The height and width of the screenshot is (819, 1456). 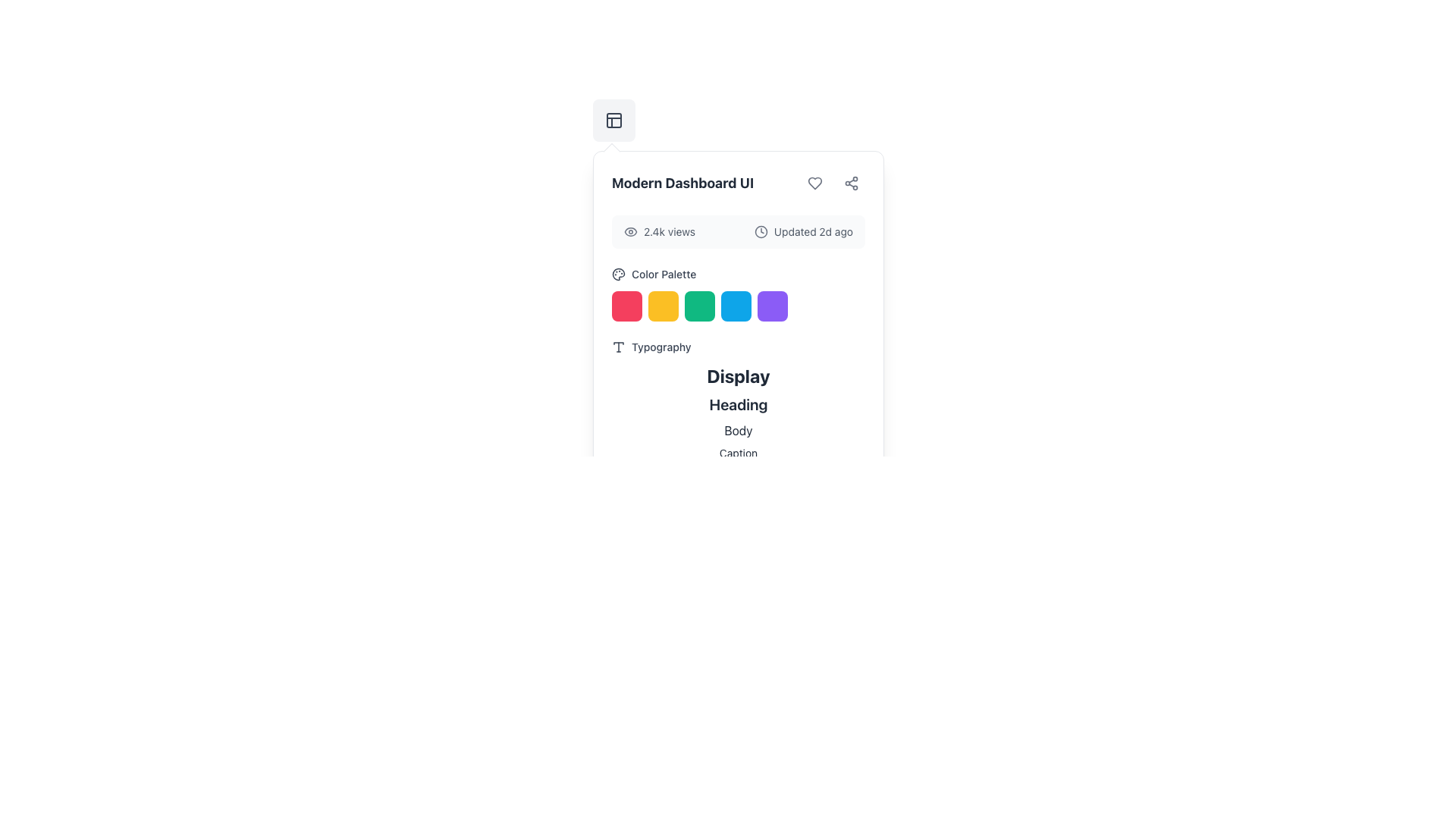 I want to click on the icon located above the card labeled 'Modern Dashboard UI', which serves as a graphical representation indicating a specific mode or action in the top-left quadrant of the layout, so click(x=614, y=119).